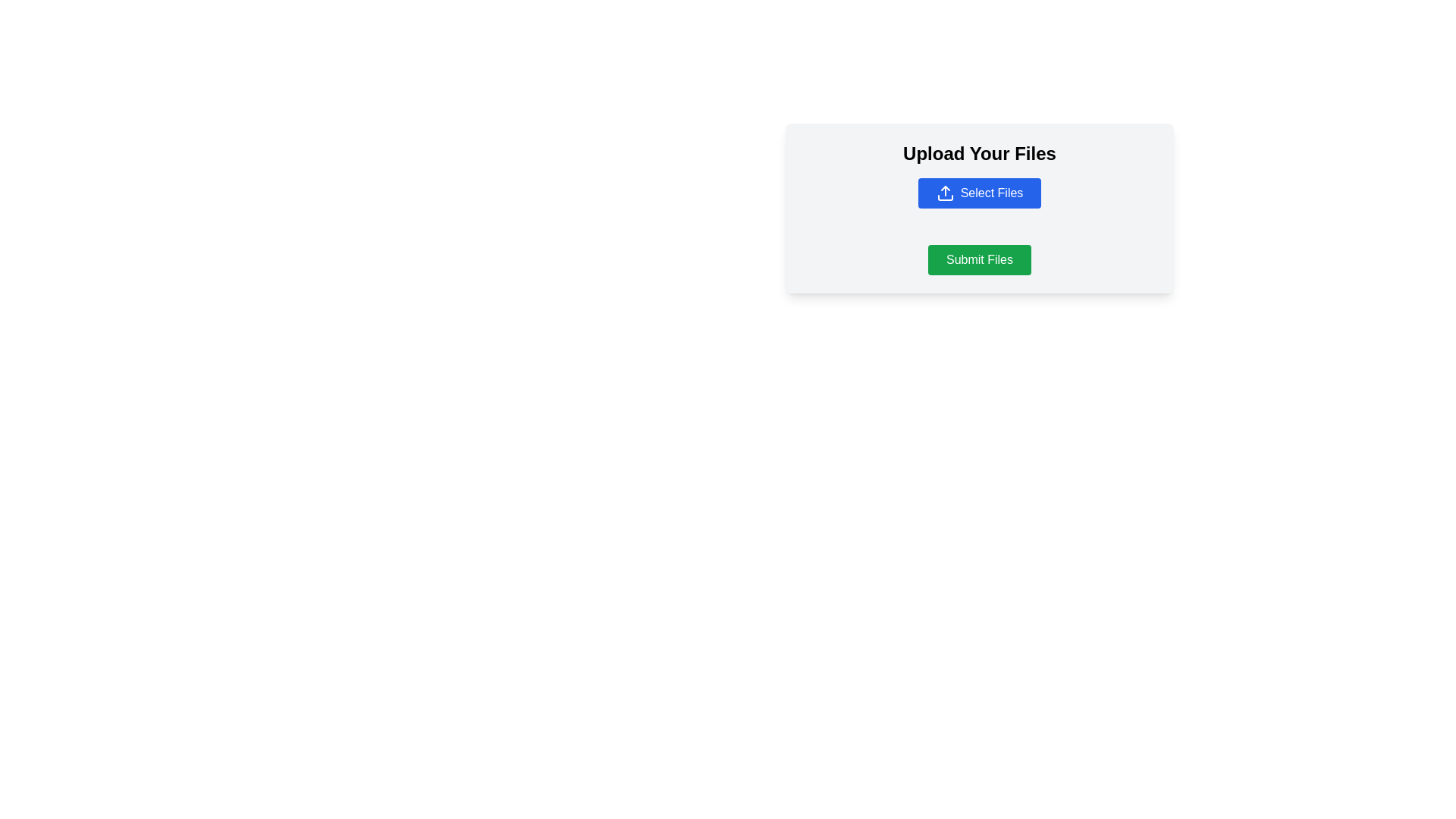 This screenshot has width=1456, height=819. What do you see at coordinates (979, 192) in the screenshot?
I see `the 'Select Files' button, which is a rectangular button with a blue background and white text, located below the heading 'Upload Your Files' and above the 'Submit Files' button` at bounding box center [979, 192].